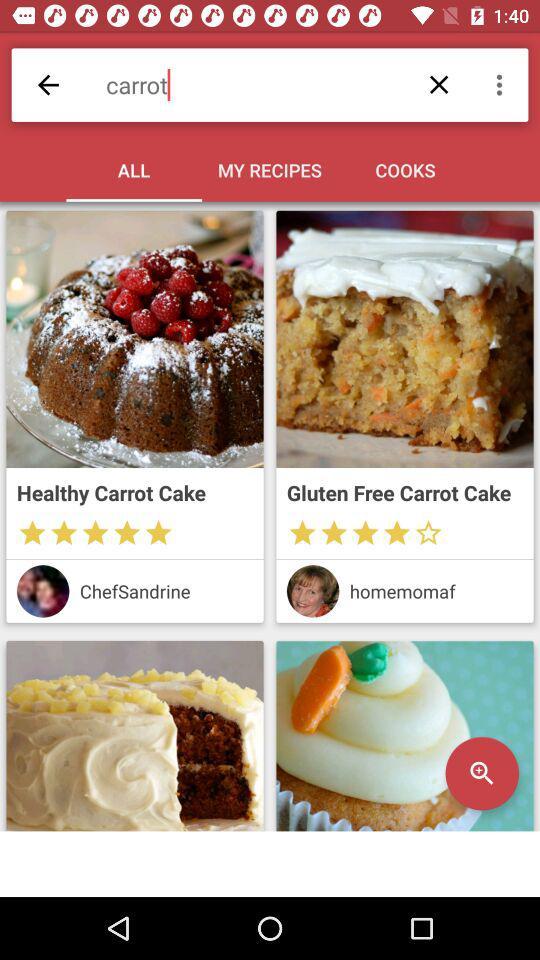 The image size is (540, 960). What do you see at coordinates (135, 735) in the screenshot?
I see `result image` at bounding box center [135, 735].